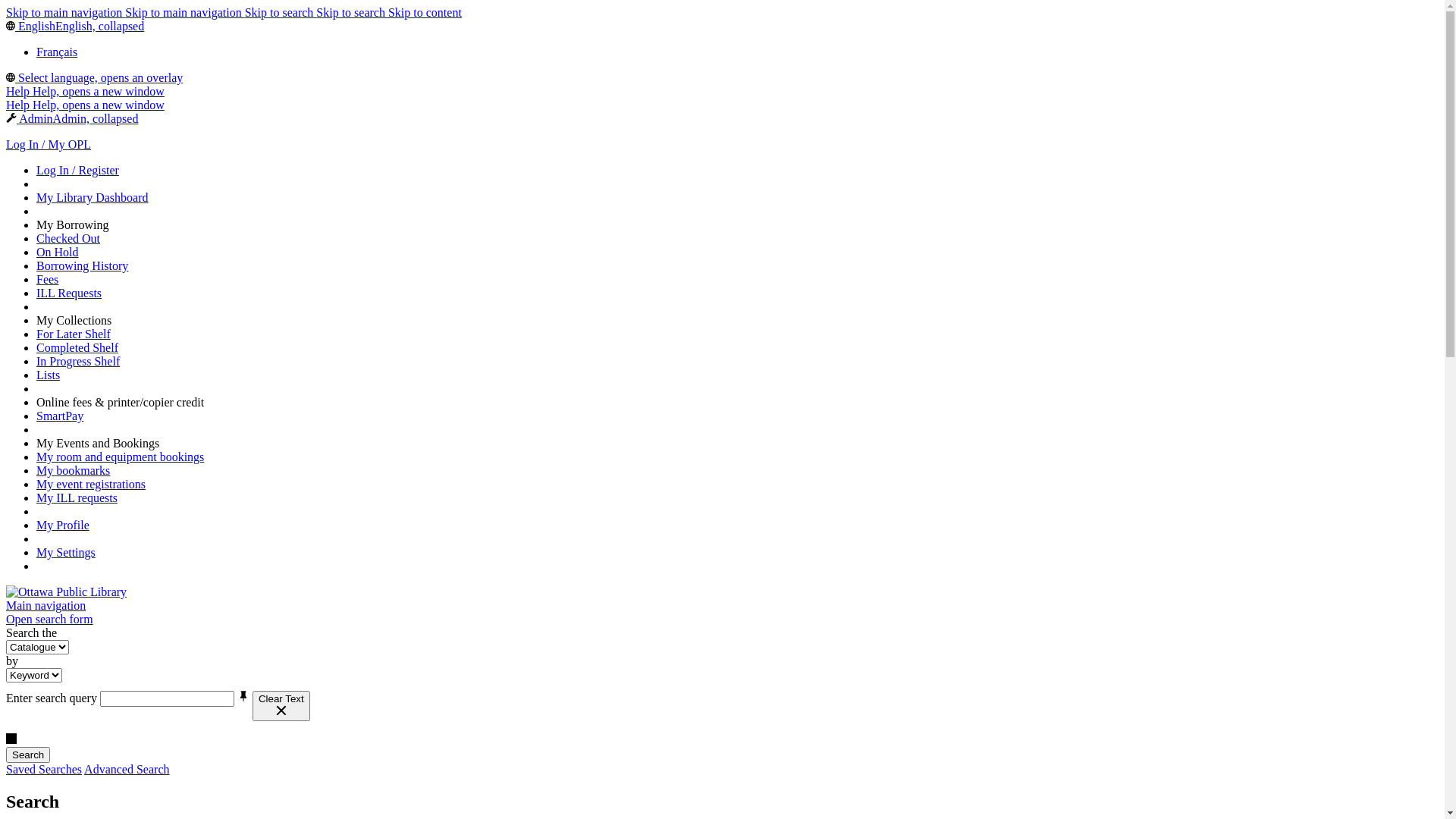 The height and width of the screenshot is (819, 1456). Describe the element at coordinates (72, 469) in the screenshot. I see `'My bookmarks'` at that location.